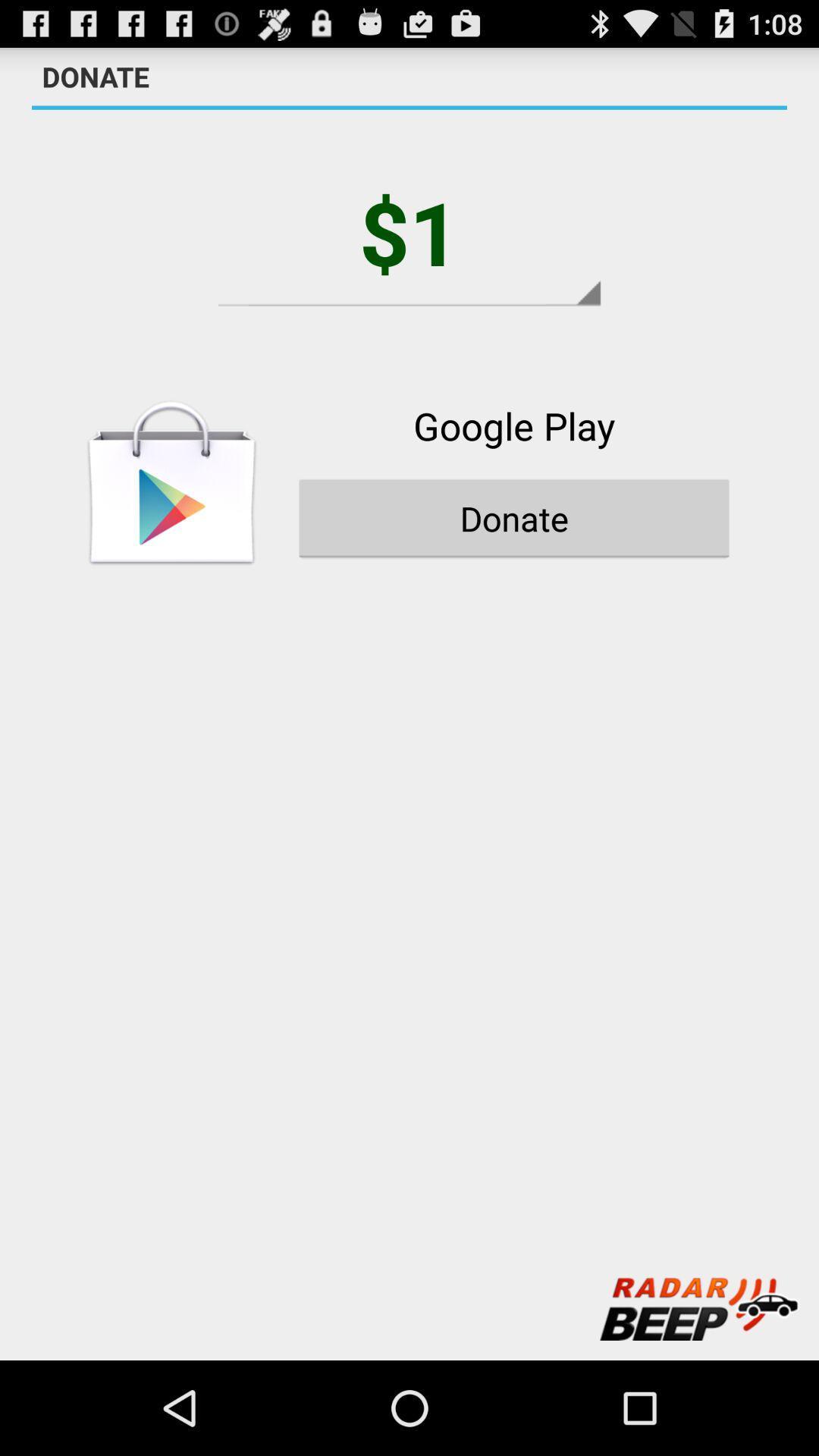 The width and height of the screenshot is (819, 1456). What do you see at coordinates (409, 231) in the screenshot?
I see `the $1` at bounding box center [409, 231].